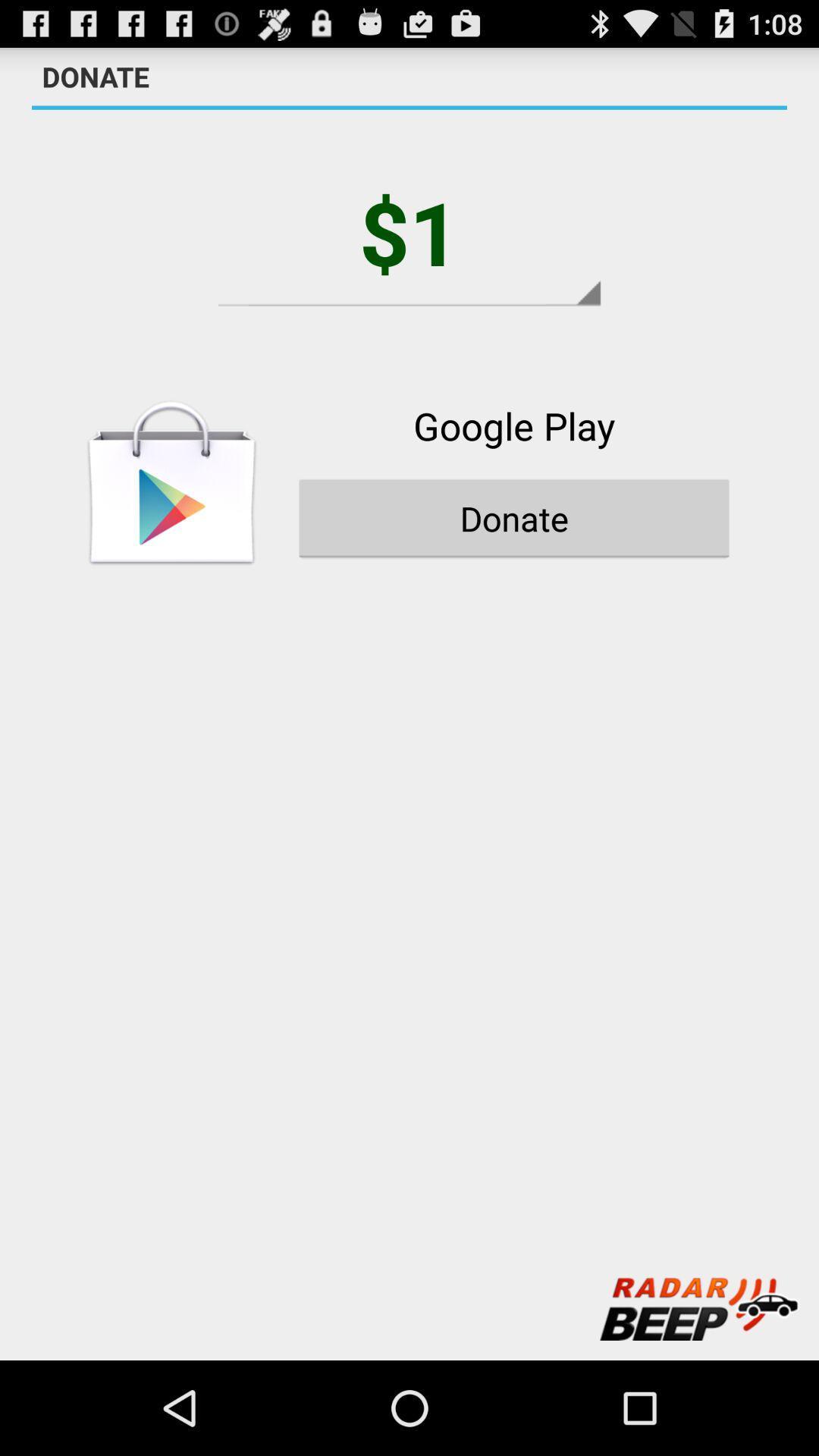 The width and height of the screenshot is (819, 1456). What do you see at coordinates (409, 231) in the screenshot?
I see `the $1` at bounding box center [409, 231].